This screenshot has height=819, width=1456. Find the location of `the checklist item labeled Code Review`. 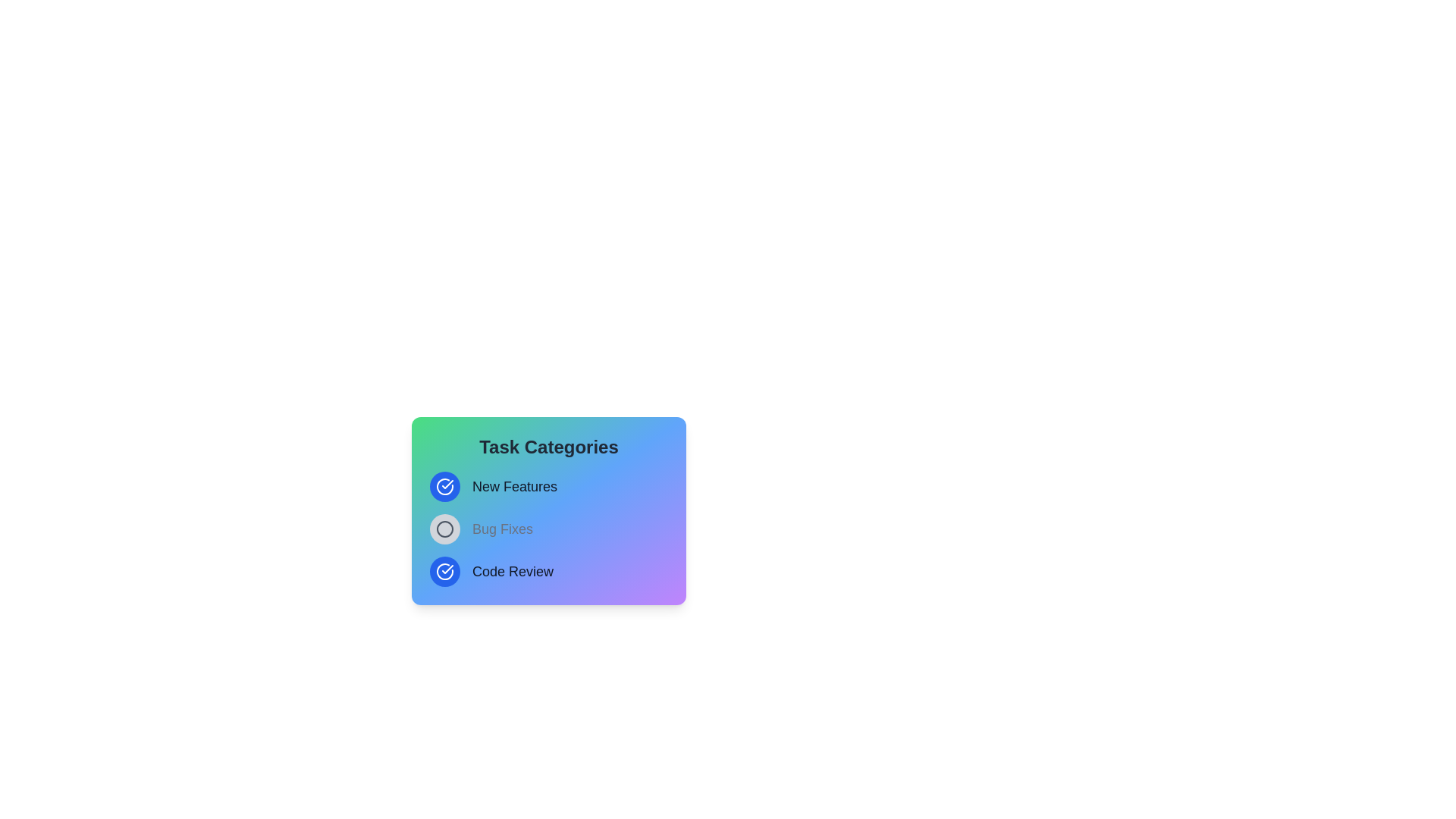

the checklist item labeled Code Review is located at coordinates (444, 571).